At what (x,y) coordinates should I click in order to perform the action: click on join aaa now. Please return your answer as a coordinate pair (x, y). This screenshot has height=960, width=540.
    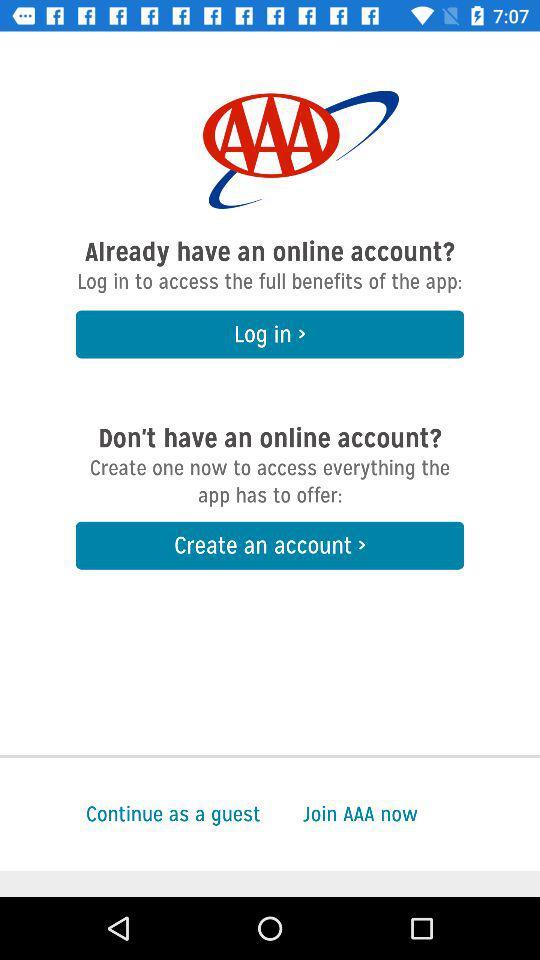
    Looking at the image, I should click on (420, 814).